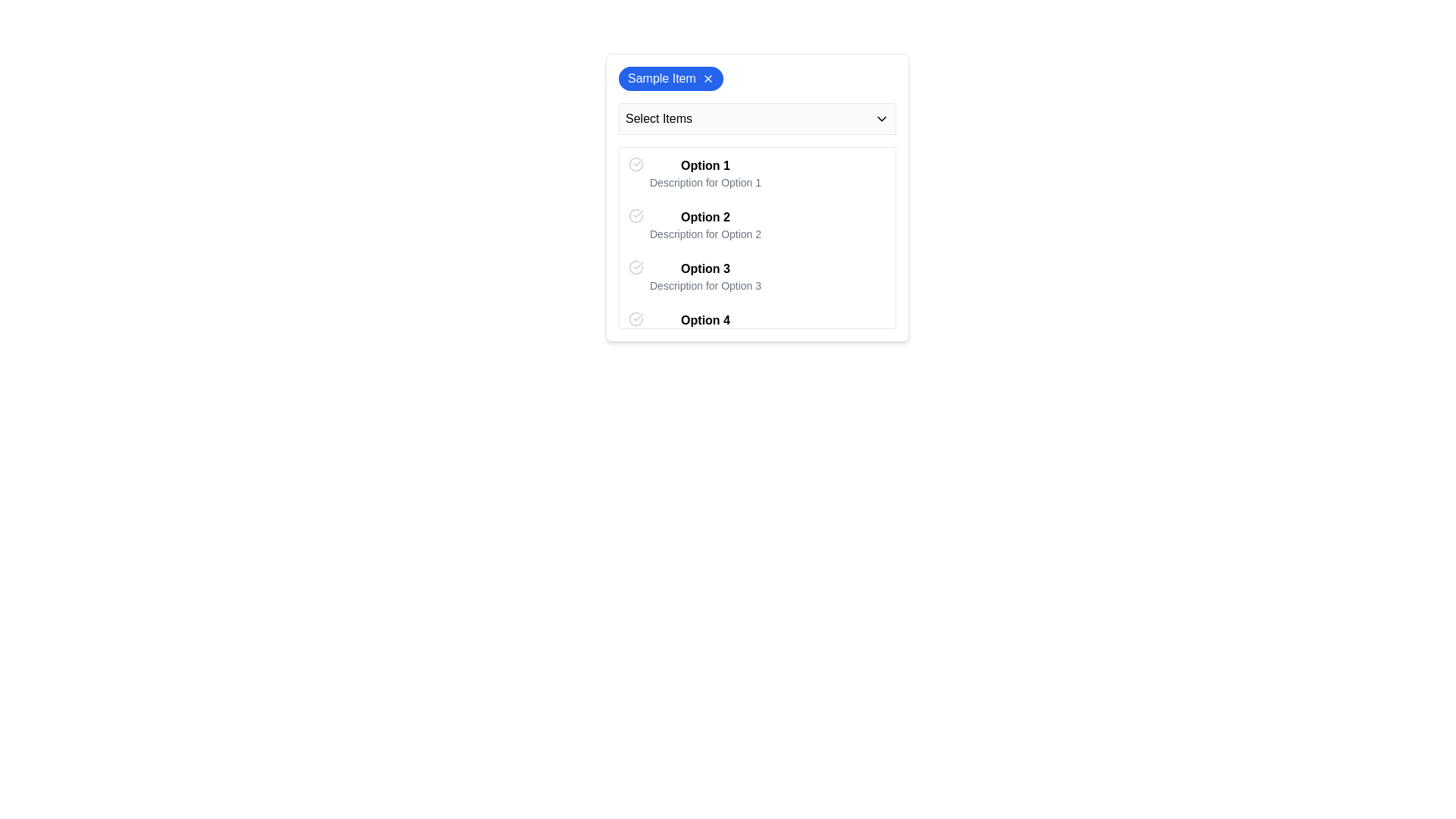  Describe the element at coordinates (636, 318) in the screenshot. I see `the icon for 'Option 4', which is positioned to the left of the text within the dropdown list` at that location.